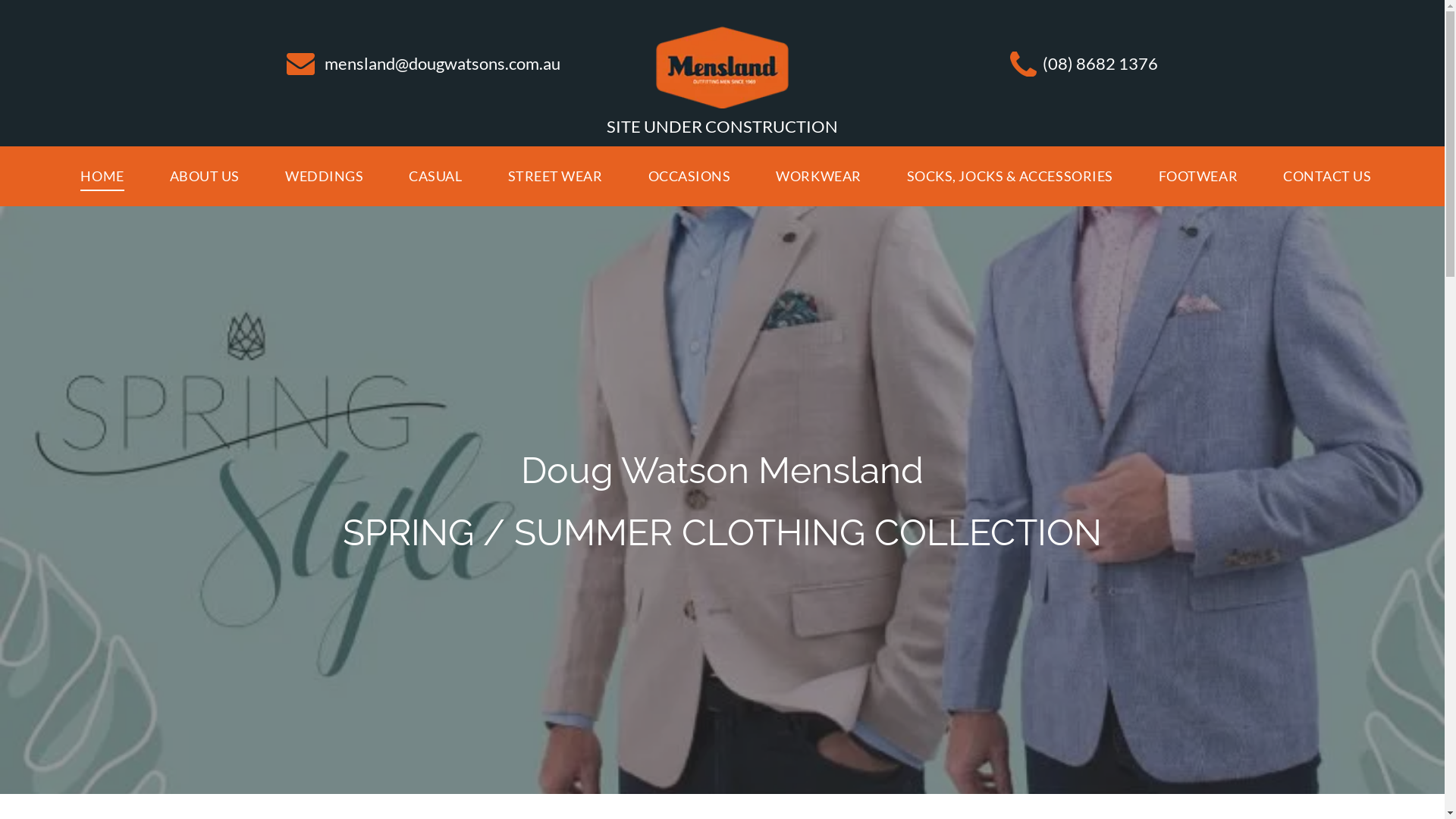 This screenshot has width=1456, height=819. Describe the element at coordinates (323, 175) in the screenshot. I see `'WEDDINGS'` at that location.